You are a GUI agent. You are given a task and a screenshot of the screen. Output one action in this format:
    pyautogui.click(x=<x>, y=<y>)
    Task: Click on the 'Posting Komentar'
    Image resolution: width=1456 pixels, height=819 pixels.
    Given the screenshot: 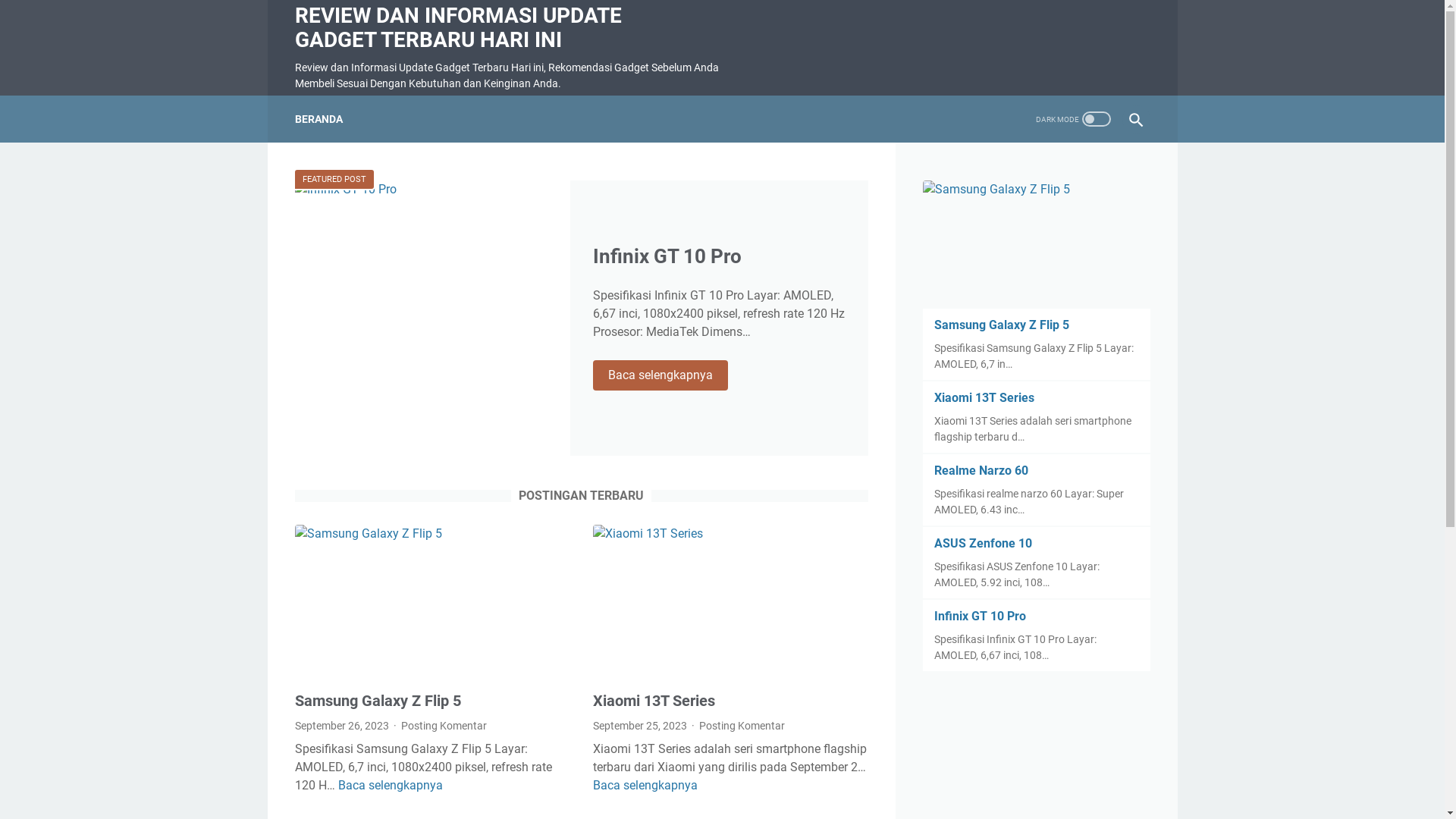 What is the action you would take?
    pyautogui.click(x=400, y=724)
    